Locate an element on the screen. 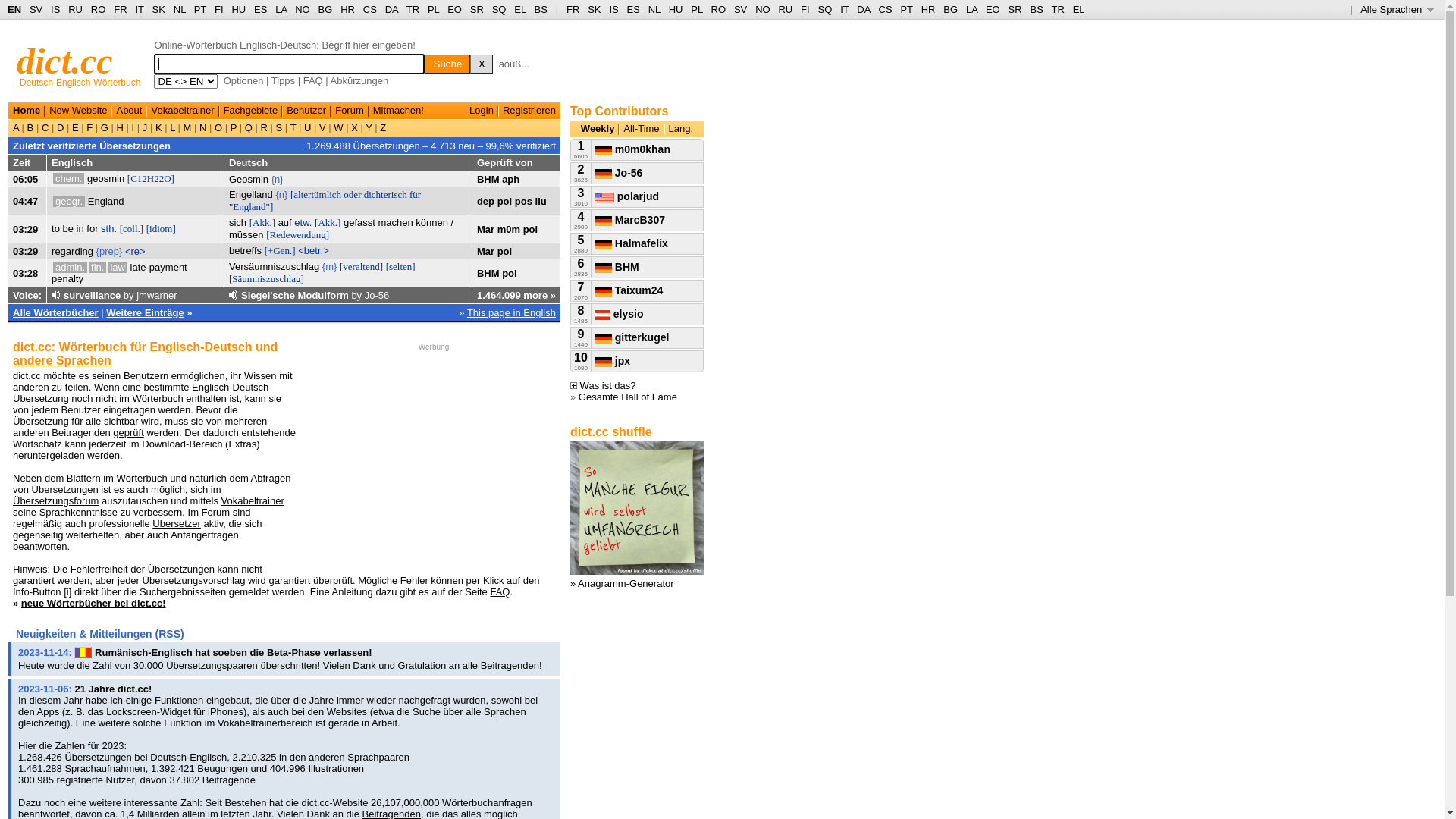 The height and width of the screenshot is (819, 1456). 'L' is located at coordinates (172, 127).